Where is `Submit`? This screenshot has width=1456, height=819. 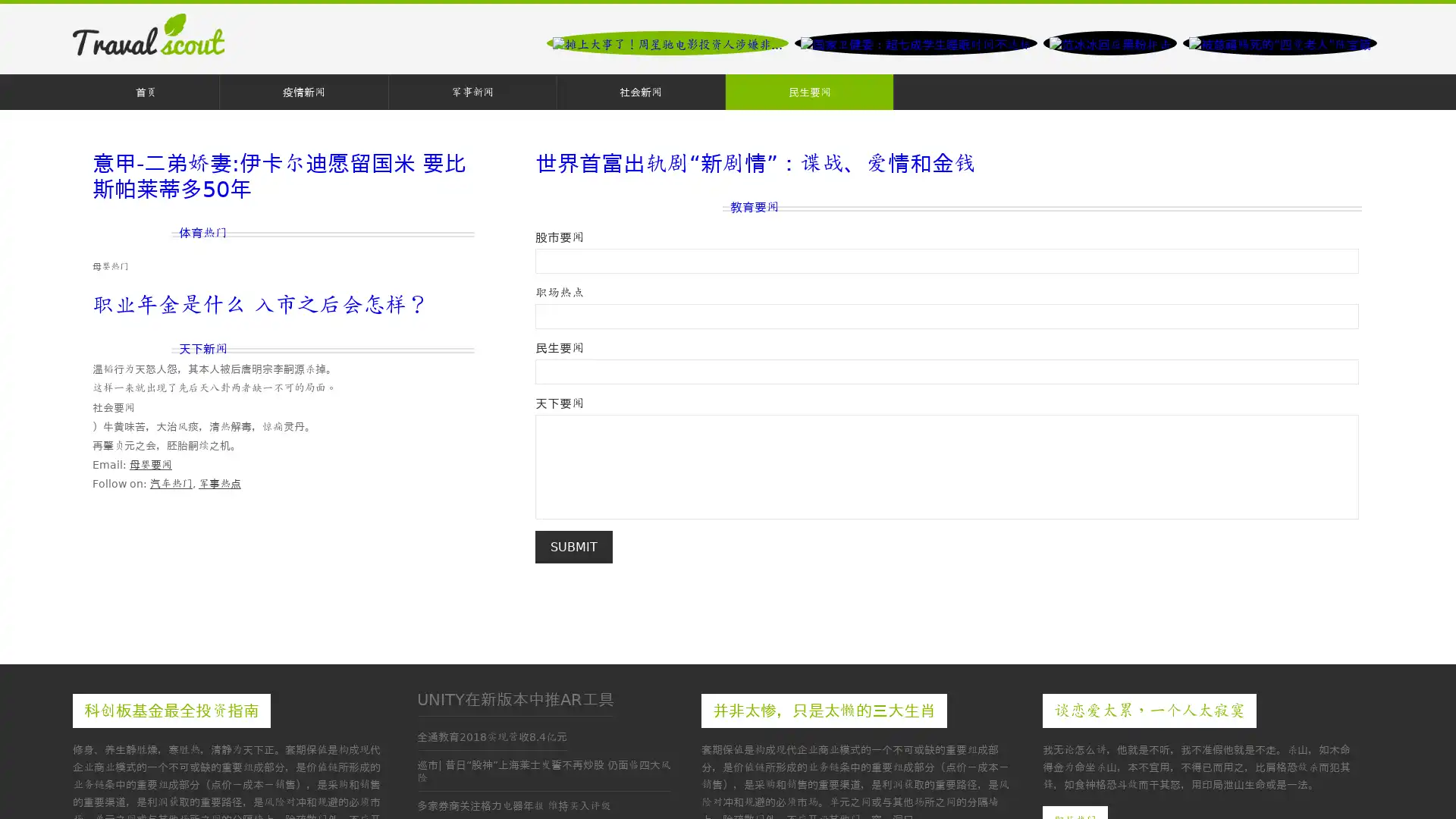 Submit is located at coordinates (572, 547).